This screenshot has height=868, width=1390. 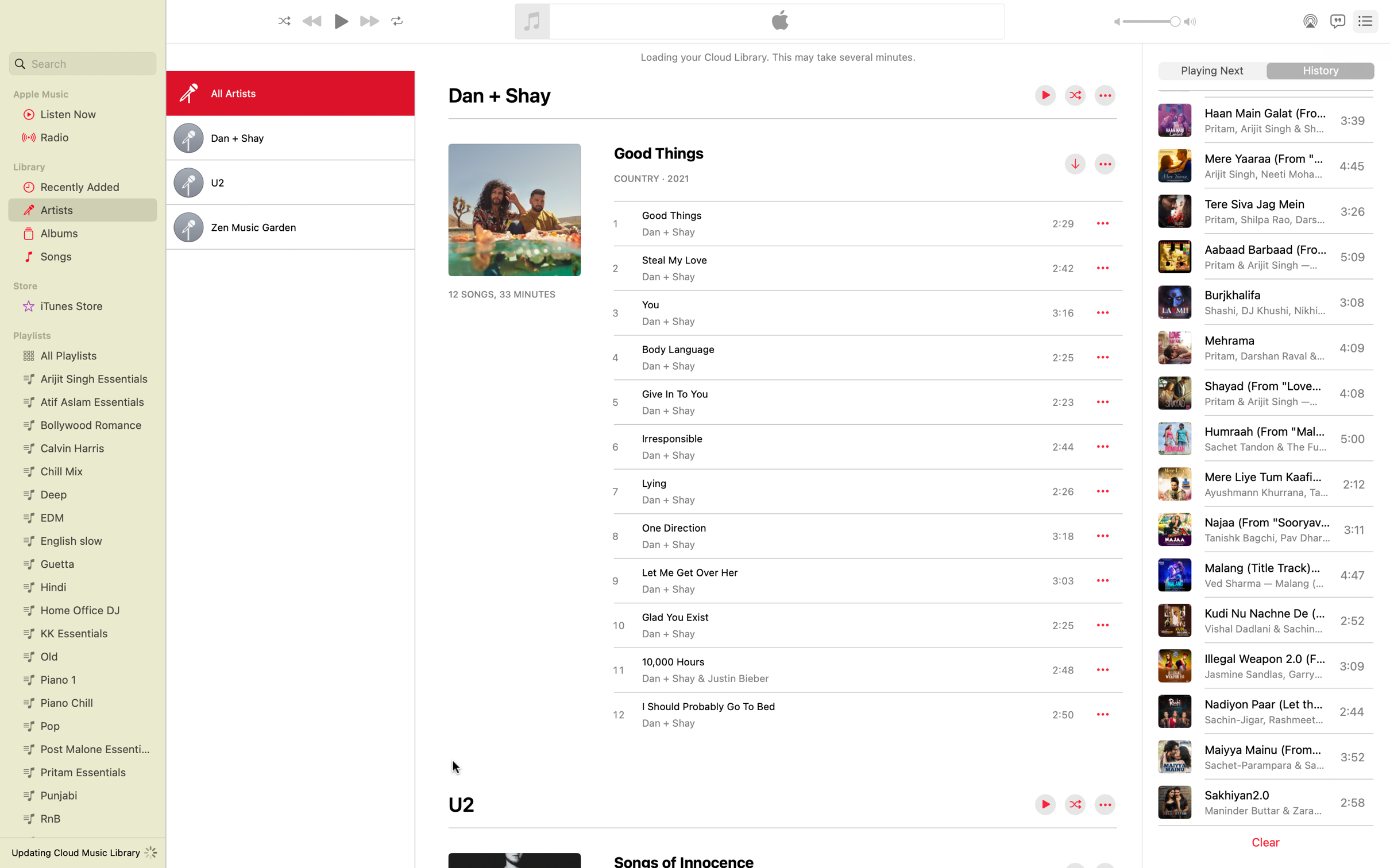 What do you see at coordinates (1267, 165) in the screenshot?
I see `Start the track "Mere Yaara"` at bounding box center [1267, 165].